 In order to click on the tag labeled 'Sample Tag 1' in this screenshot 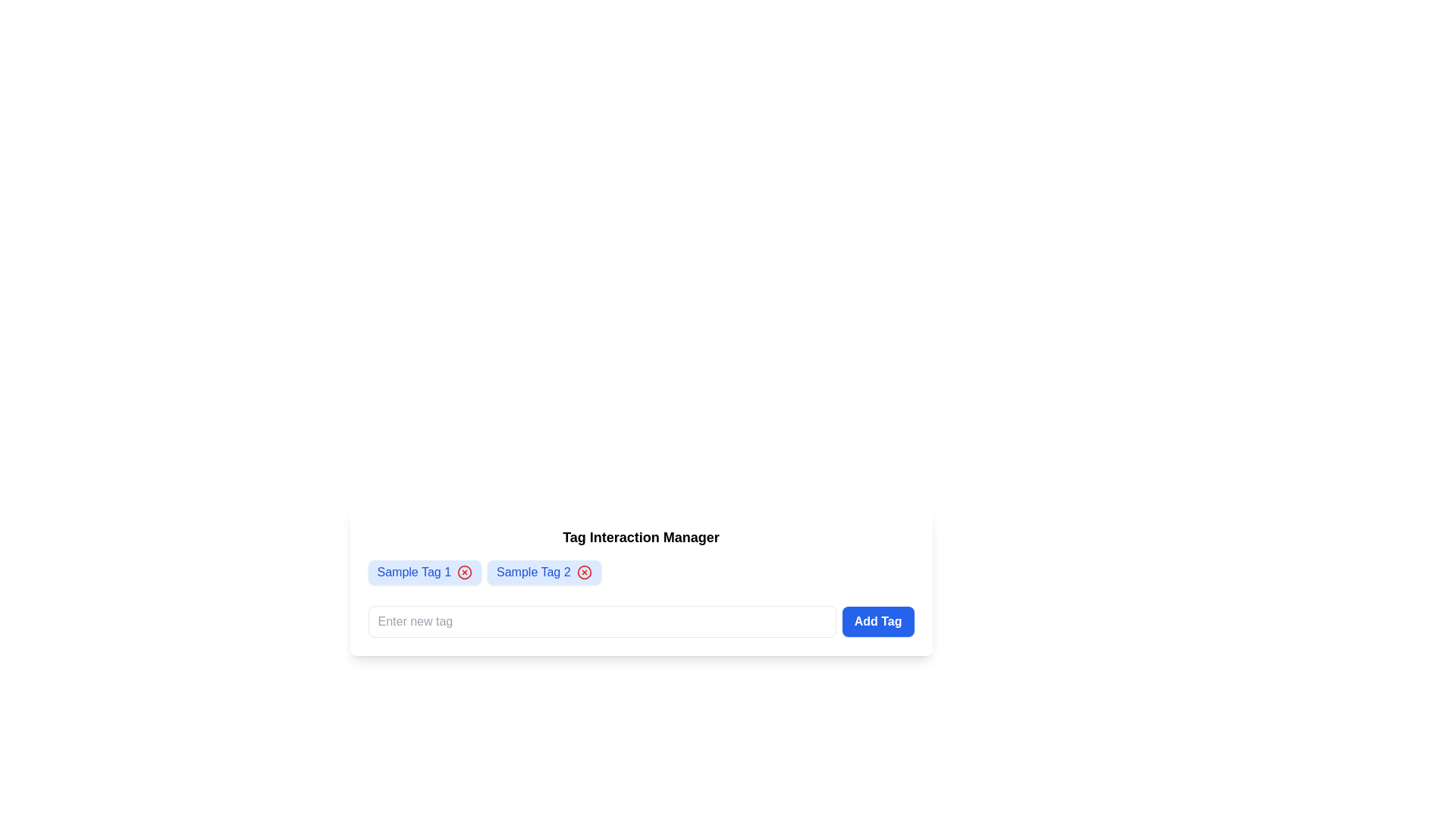, I will do `click(425, 573)`.